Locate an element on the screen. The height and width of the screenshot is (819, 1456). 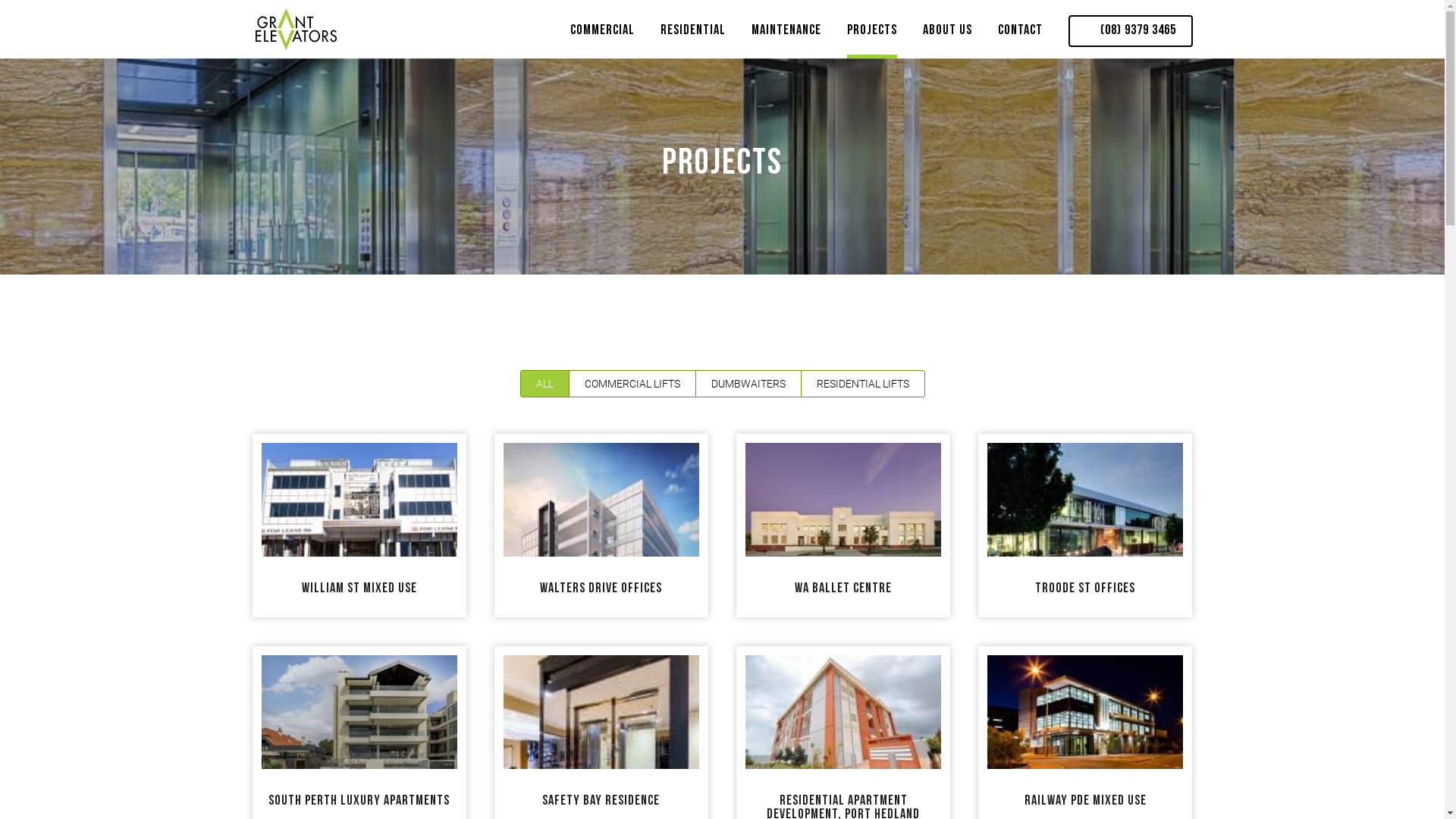
'DUMBWAITERS' is located at coordinates (694, 382).